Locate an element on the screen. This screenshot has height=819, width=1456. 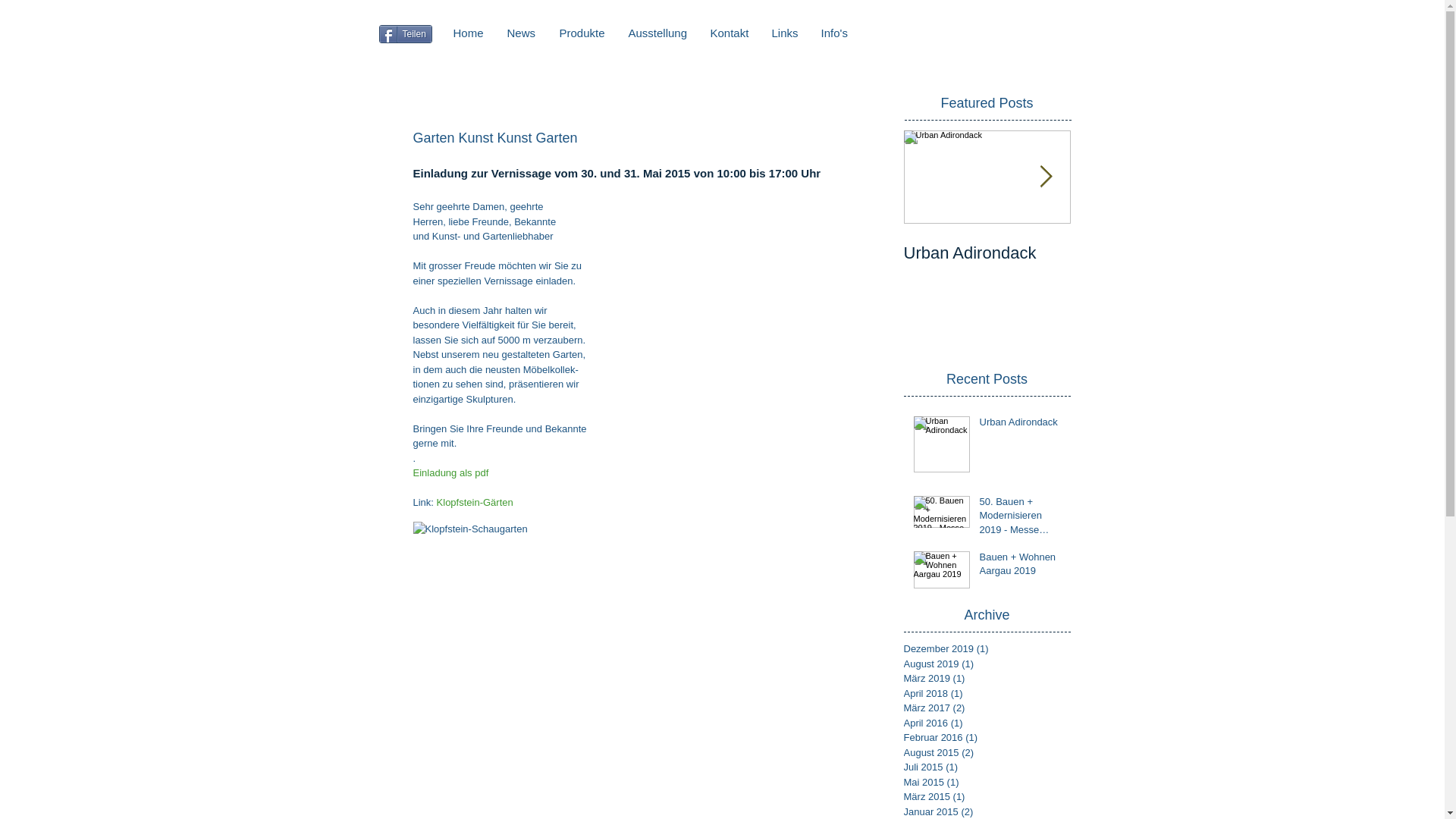
'Backyard-Stuff bei Stigamo' is located at coordinates (1153, 262).